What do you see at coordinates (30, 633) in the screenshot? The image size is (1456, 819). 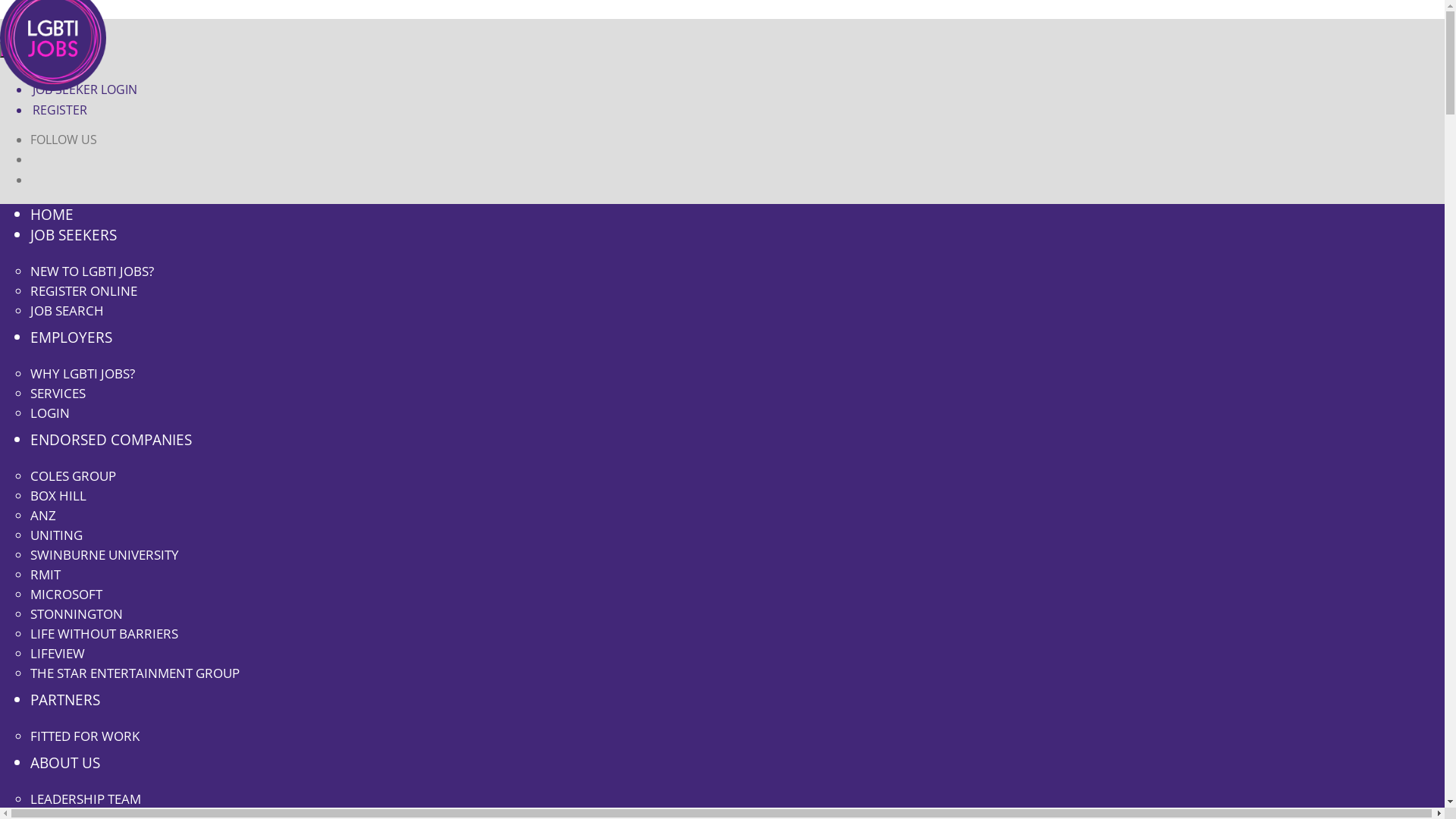 I see `'LIFE WITHOUT BARRIERS'` at bounding box center [30, 633].